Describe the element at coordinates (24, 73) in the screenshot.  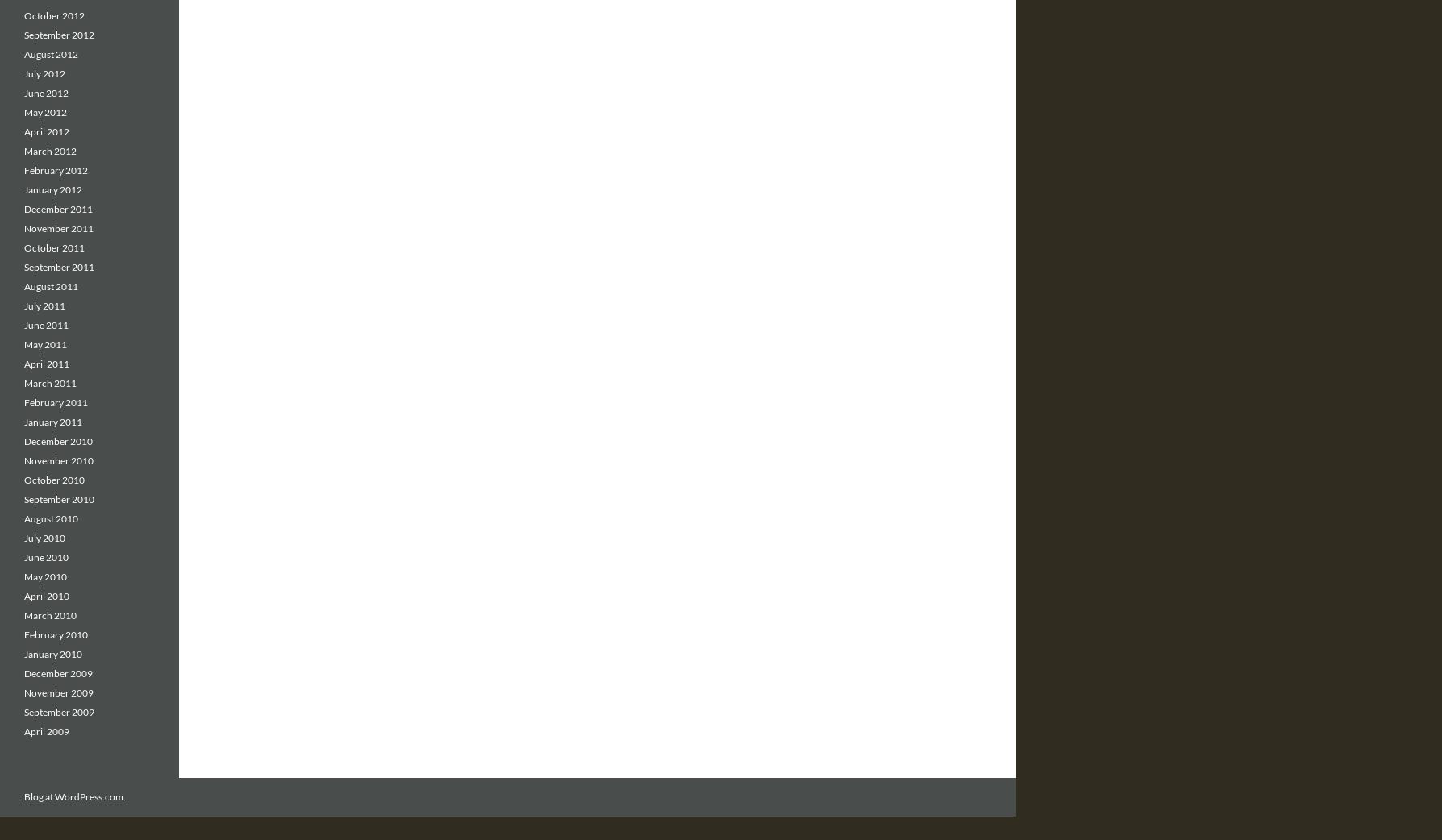
I see `'July 2012'` at that location.